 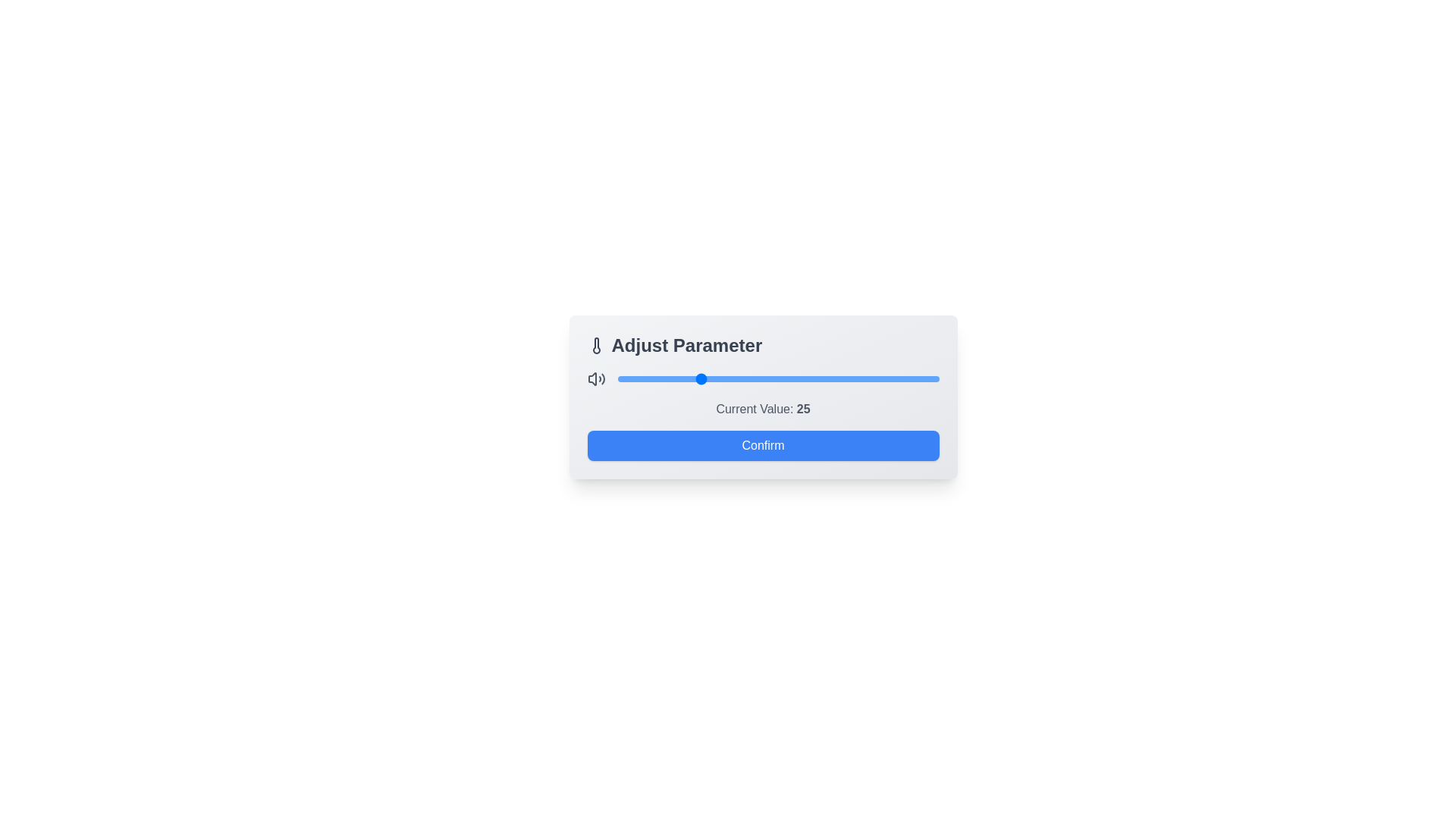 What do you see at coordinates (591, 378) in the screenshot?
I see `the leftmost part of the speaker icon, which is a geometric shape transitioning into a sound amplifier design, located near the top-left corner of the modal dialog box` at bounding box center [591, 378].